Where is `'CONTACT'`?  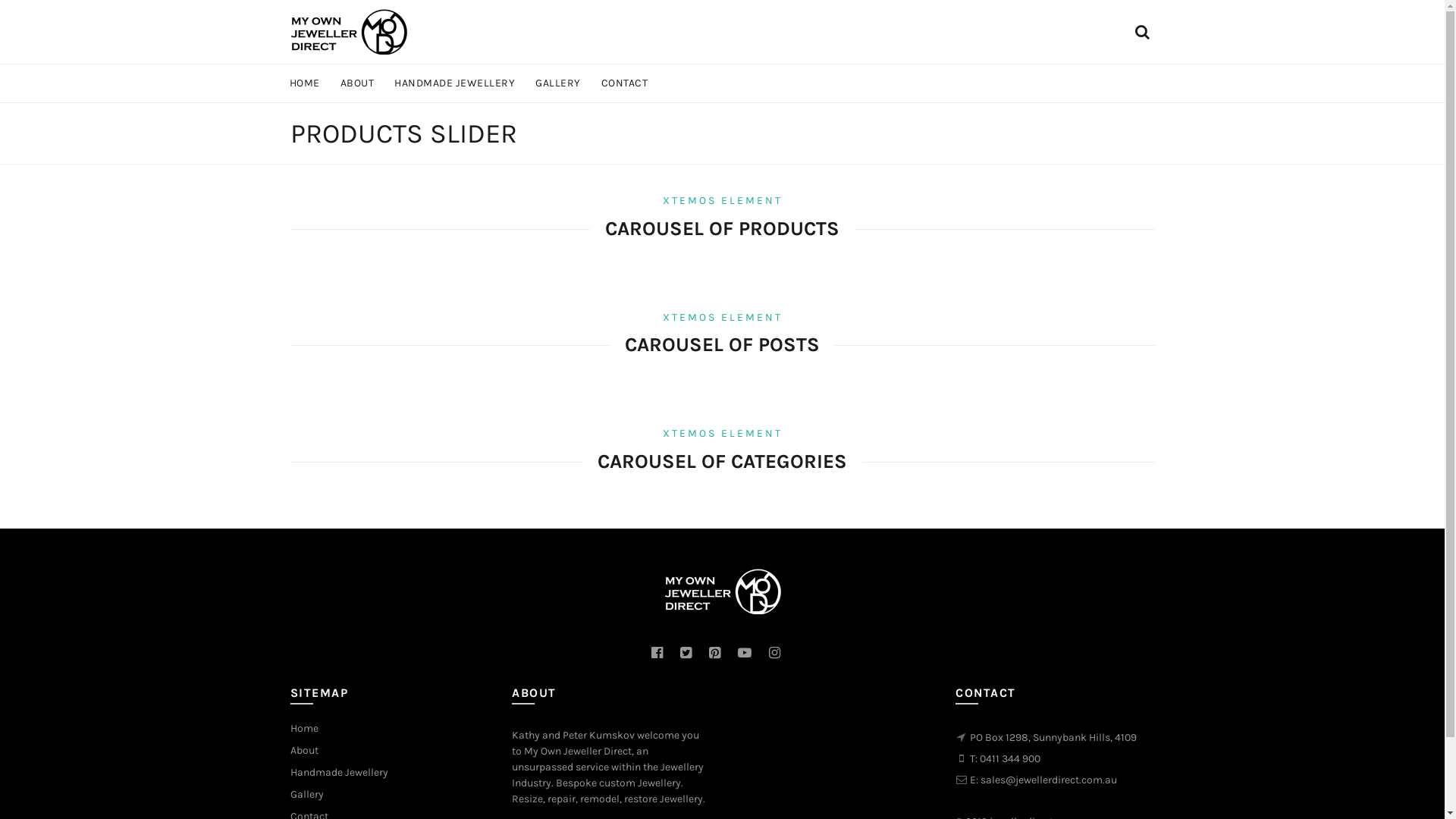
'CONTACT' is located at coordinates (625, 83).